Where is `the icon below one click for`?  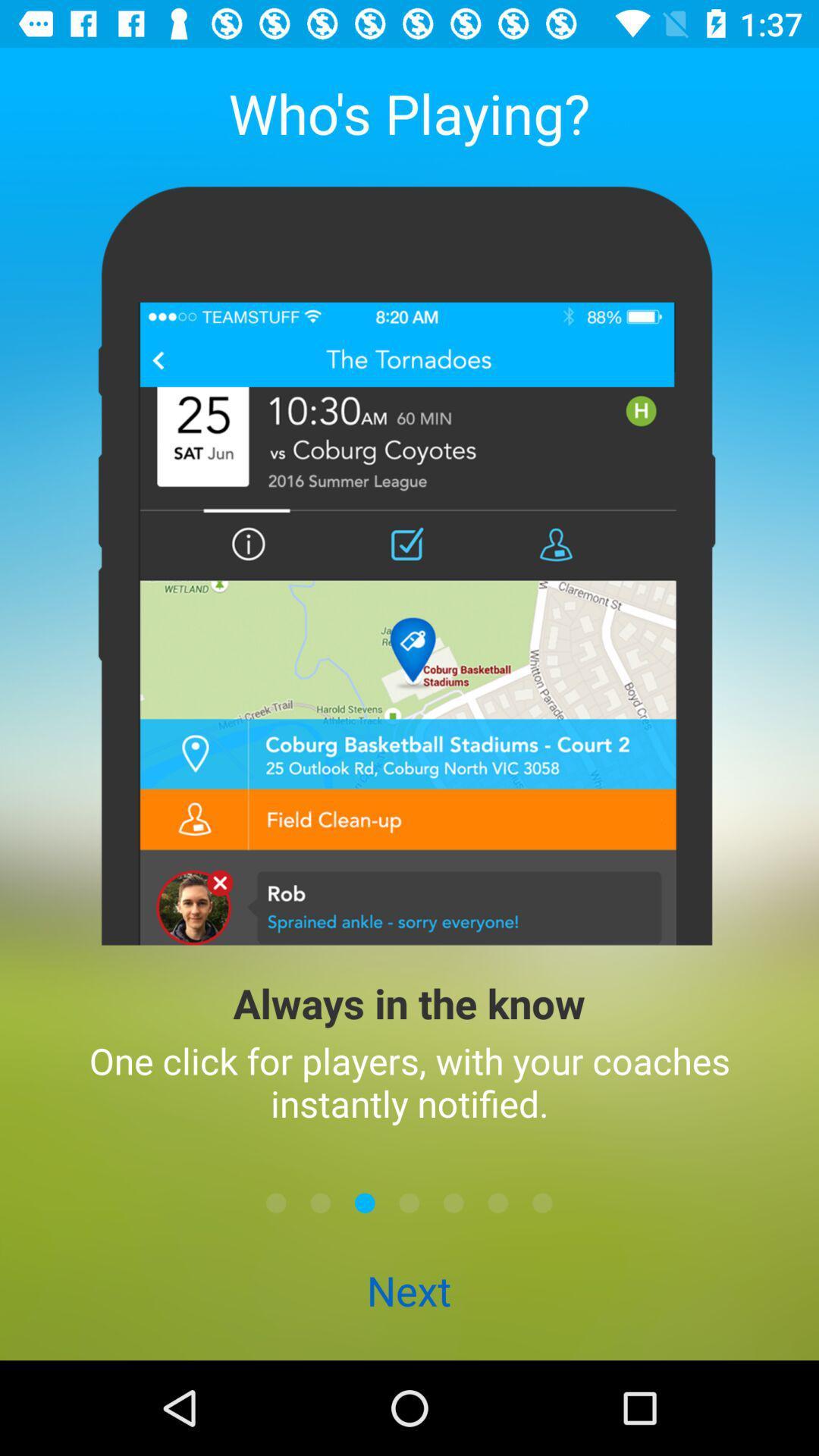 the icon below one click for is located at coordinates (320, 1202).